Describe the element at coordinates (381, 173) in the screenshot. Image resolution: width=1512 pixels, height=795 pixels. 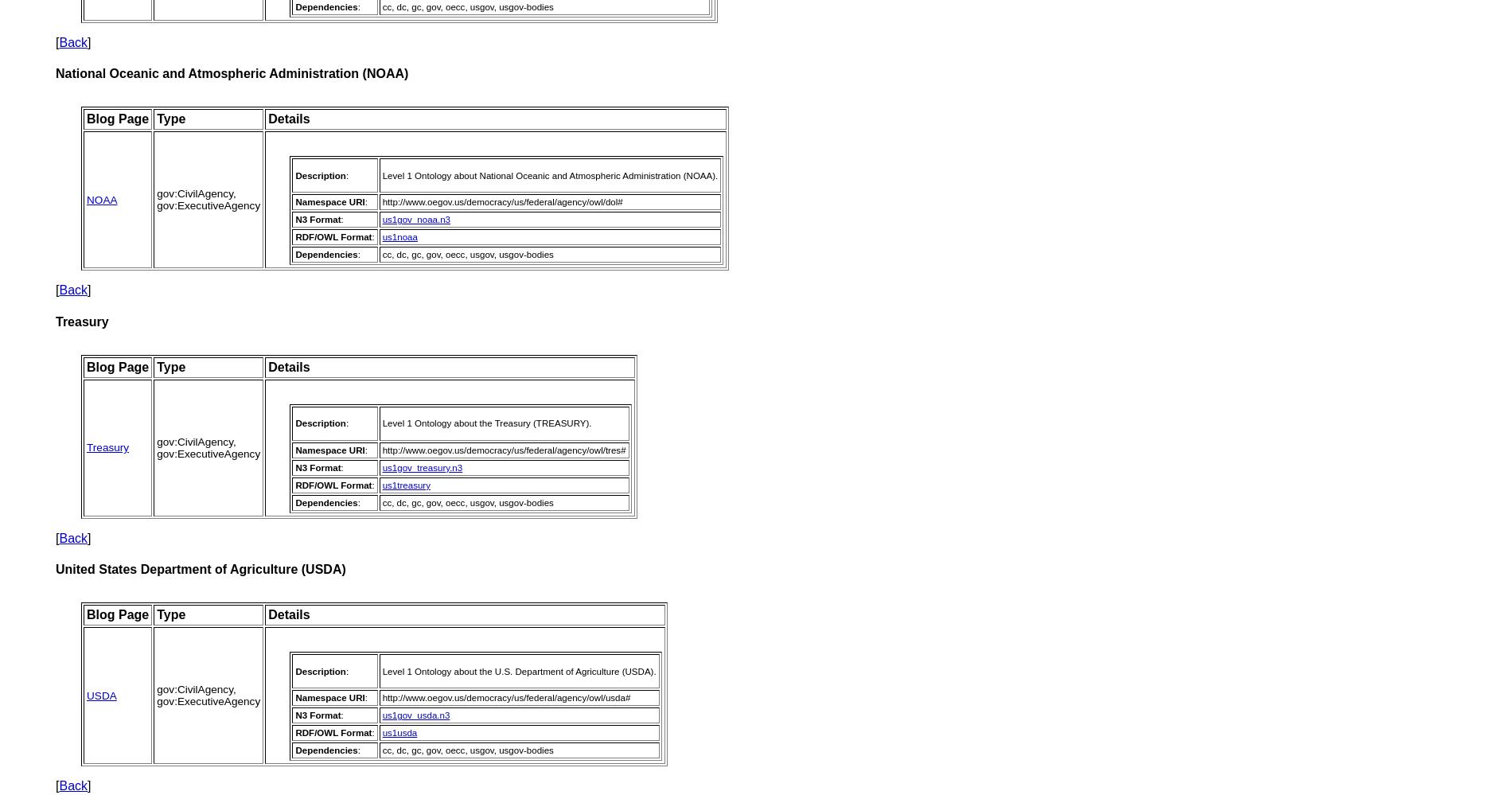
I see `'Level 1 Ontology about National Oceanic and Atmospheric Administration (NOAA).'` at that location.